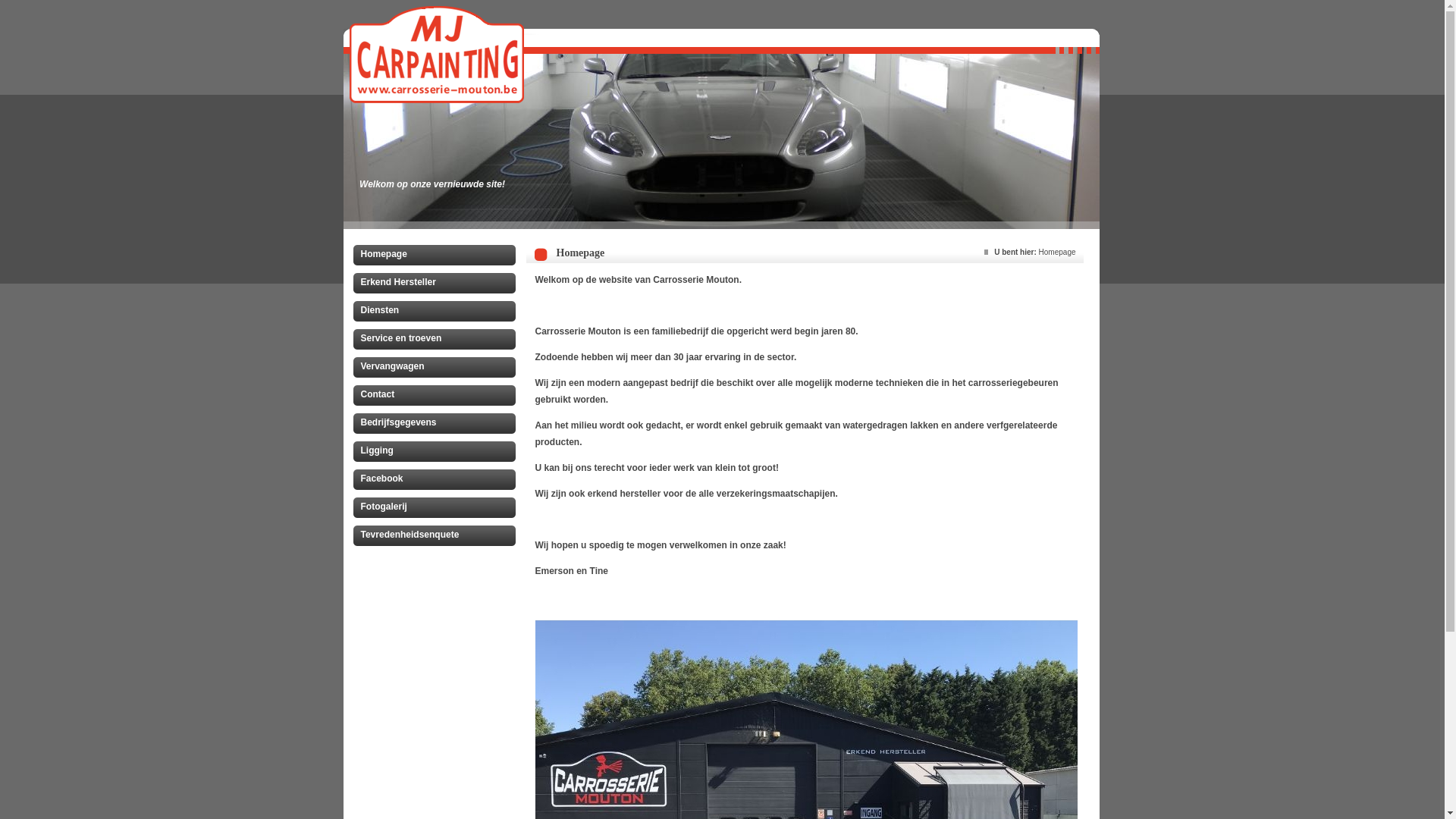 The width and height of the screenshot is (1456, 819). Describe the element at coordinates (437, 452) in the screenshot. I see `'Ligging'` at that location.